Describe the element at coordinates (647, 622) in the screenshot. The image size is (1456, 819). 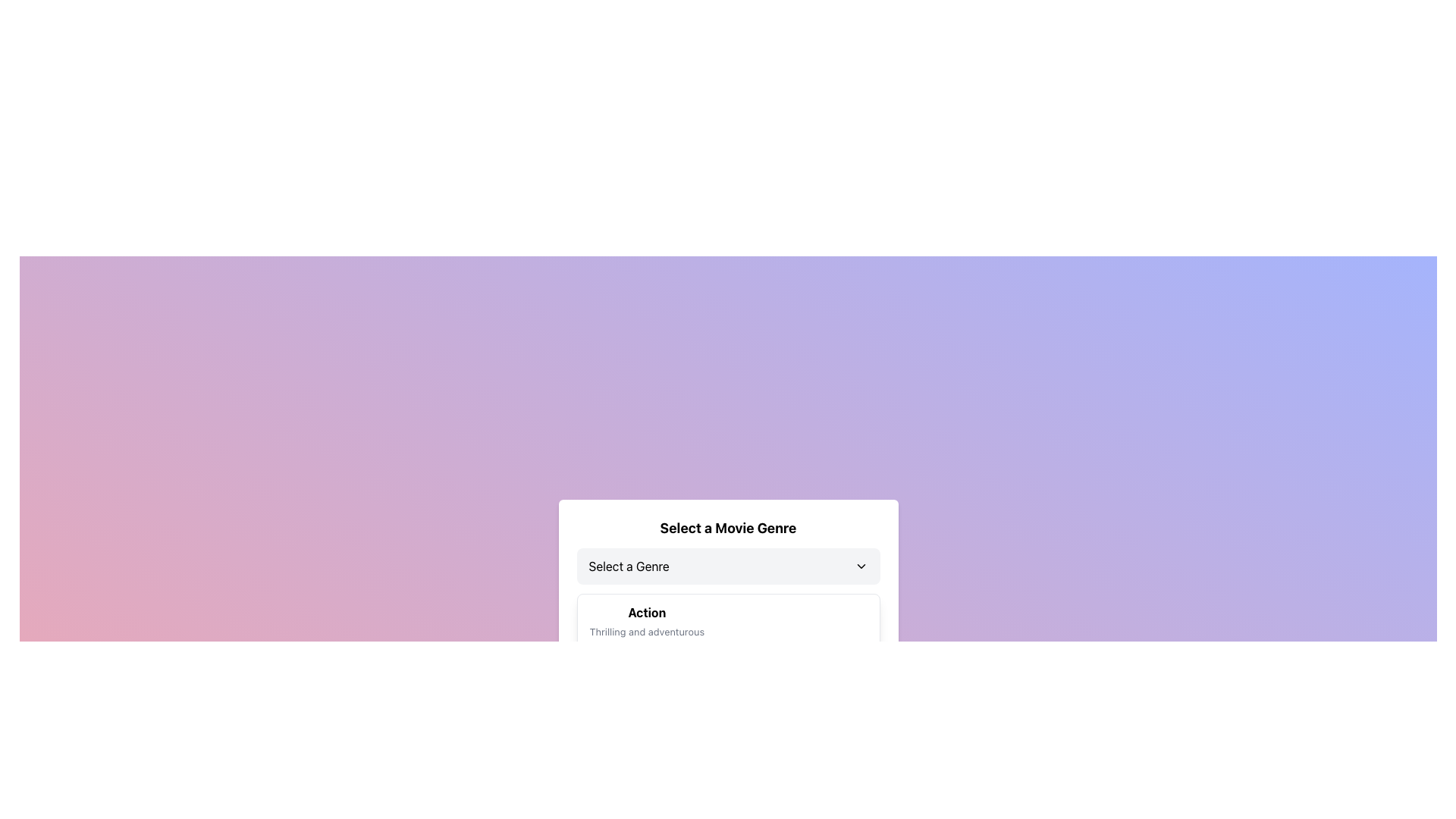
I see `the dropdown menu option for the genre 'Action' using keyboard navigation` at that location.